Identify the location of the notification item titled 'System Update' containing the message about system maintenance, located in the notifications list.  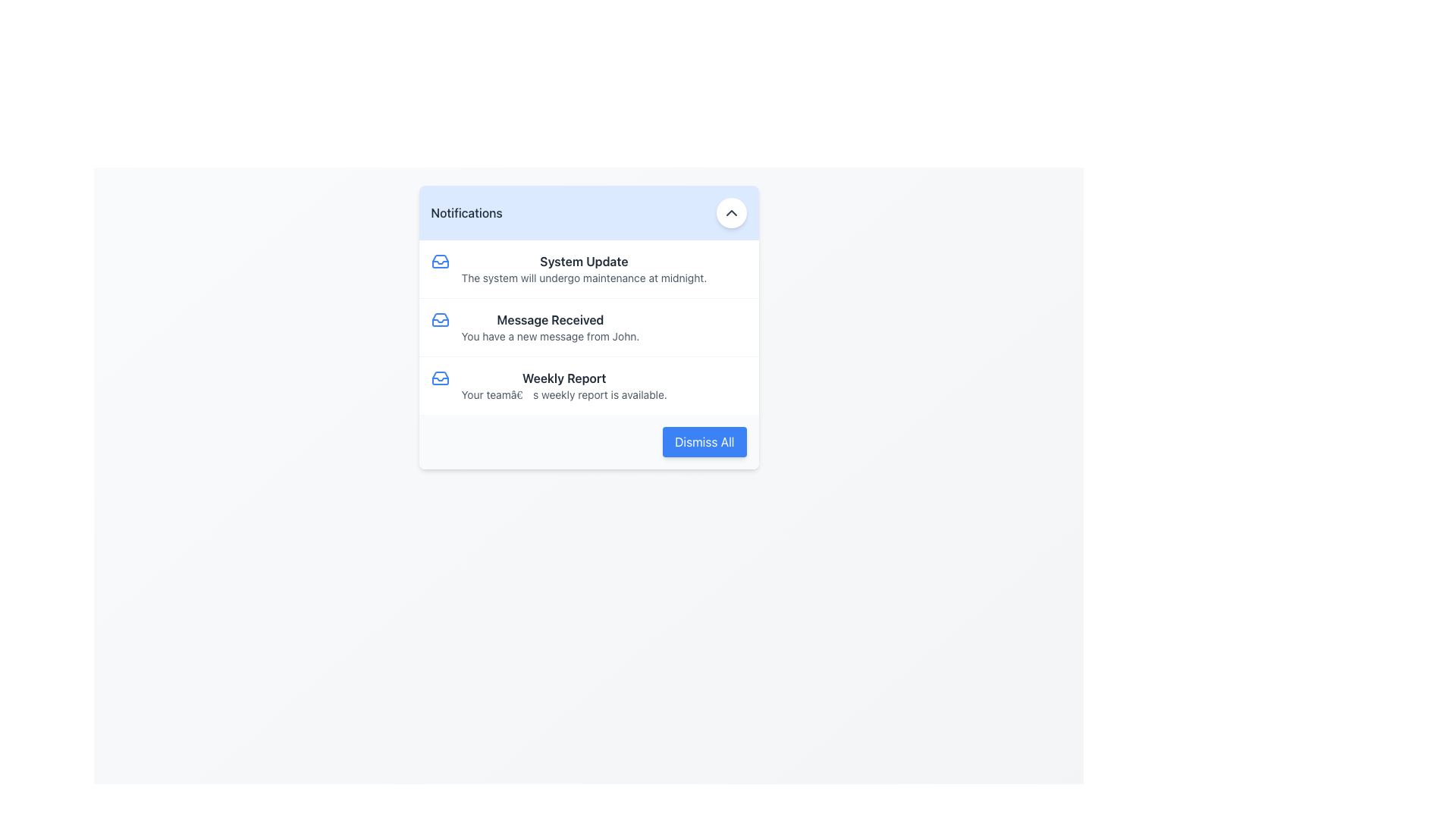
(588, 268).